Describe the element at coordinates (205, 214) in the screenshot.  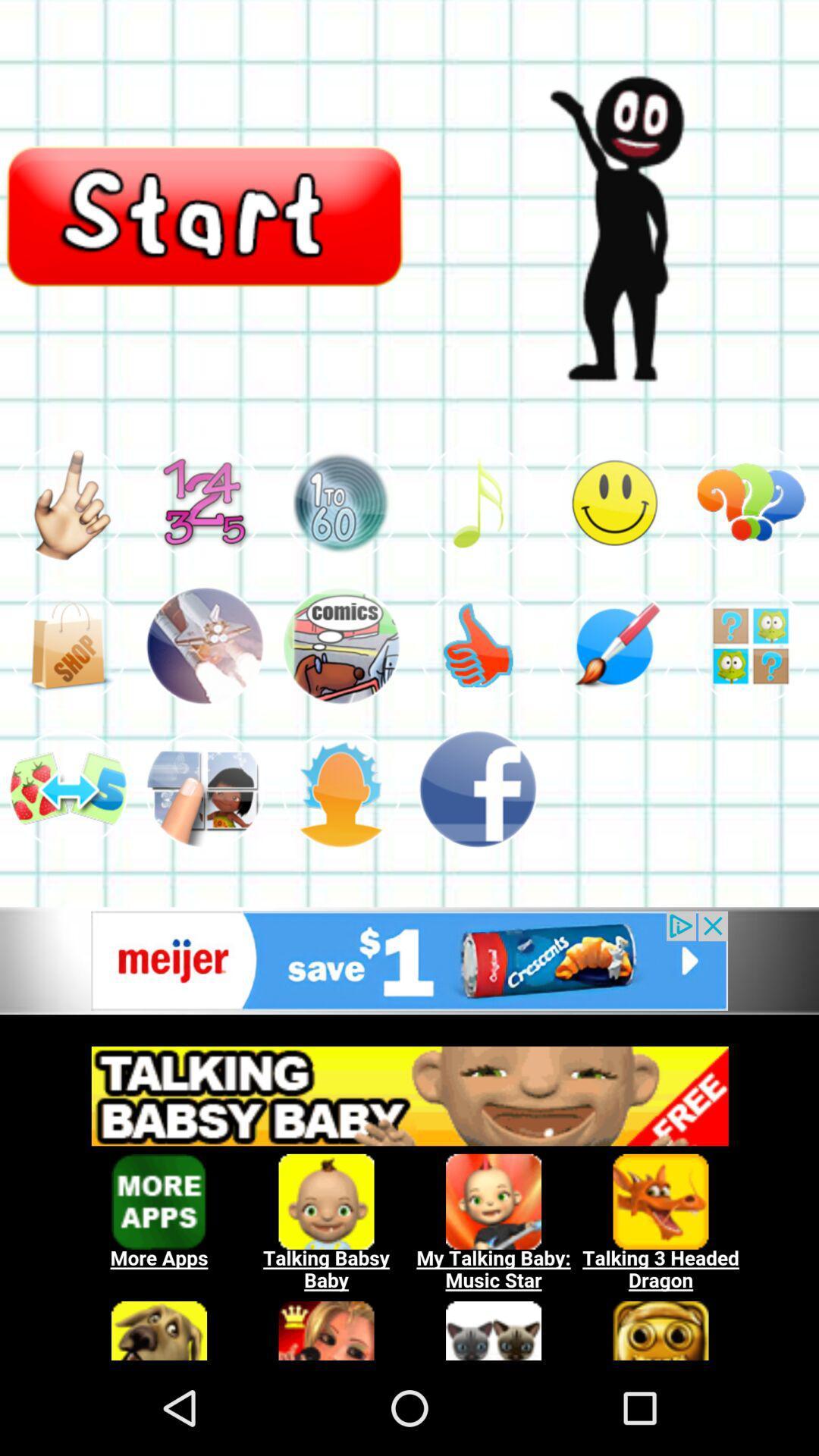
I see `start` at that location.